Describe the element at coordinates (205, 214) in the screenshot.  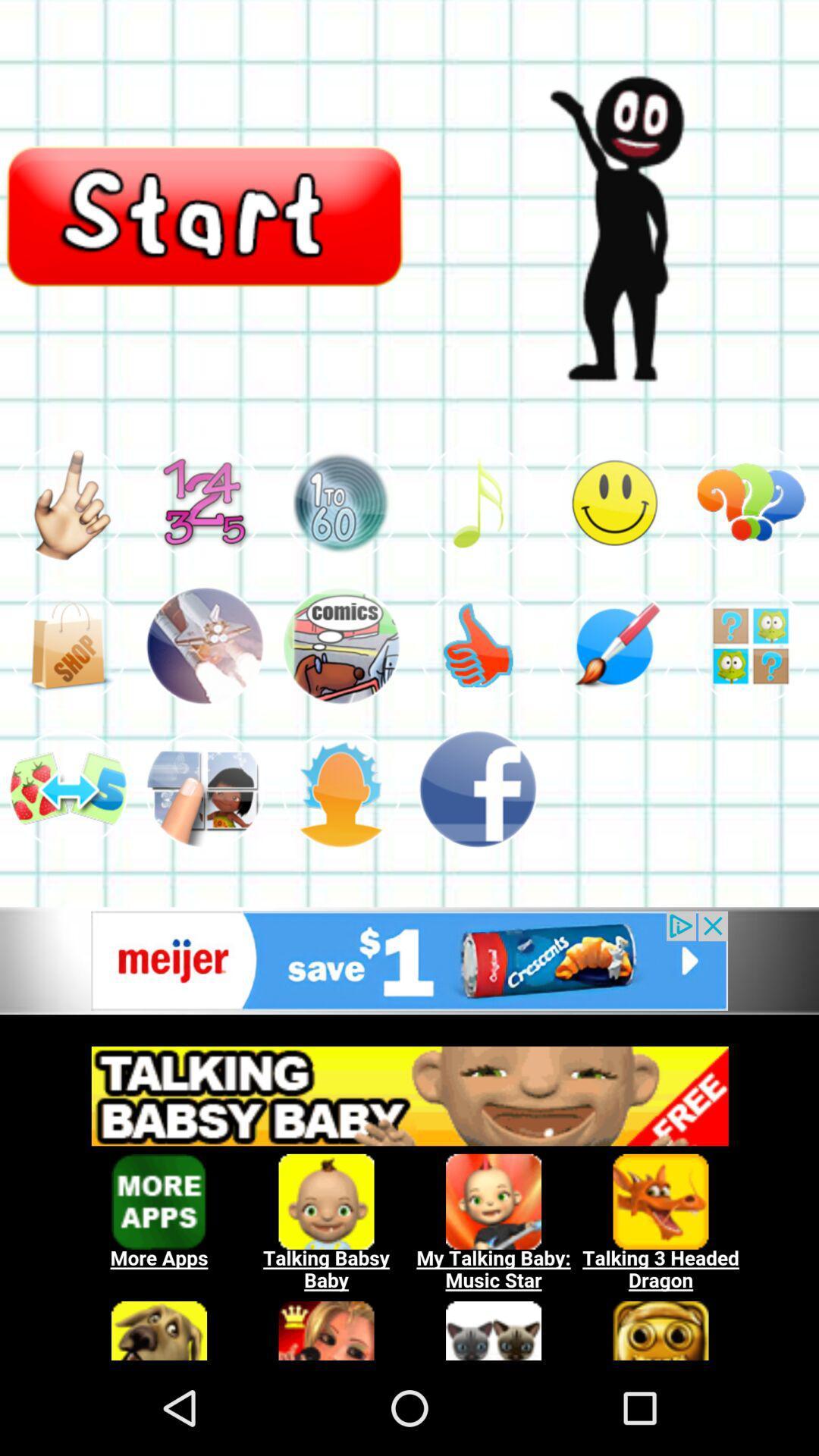
I see `start` at that location.